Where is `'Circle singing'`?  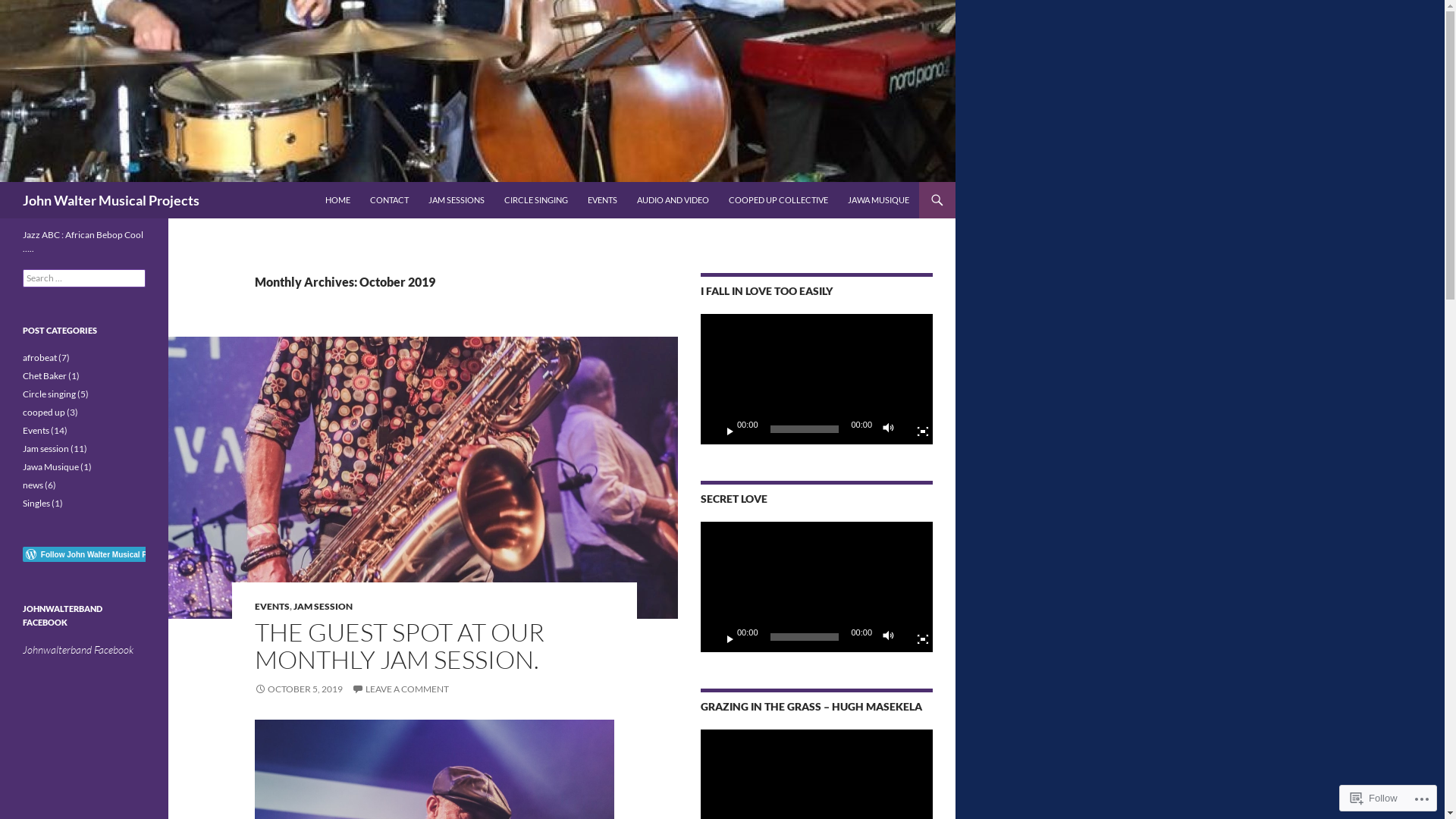
'Circle singing' is located at coordinates (49, 393).